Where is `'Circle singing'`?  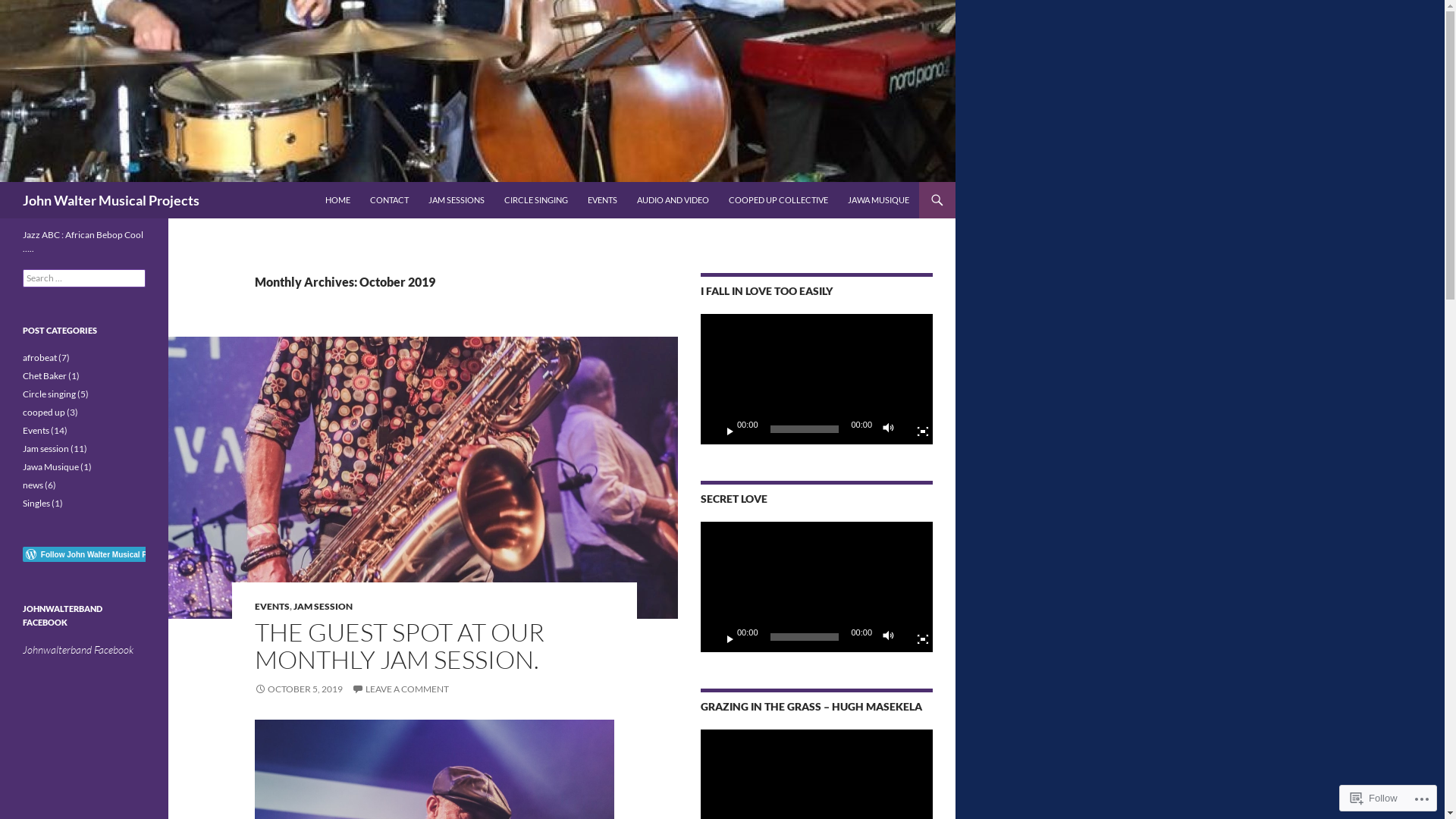
'Circle singing' is located at coordinates (49, 393).